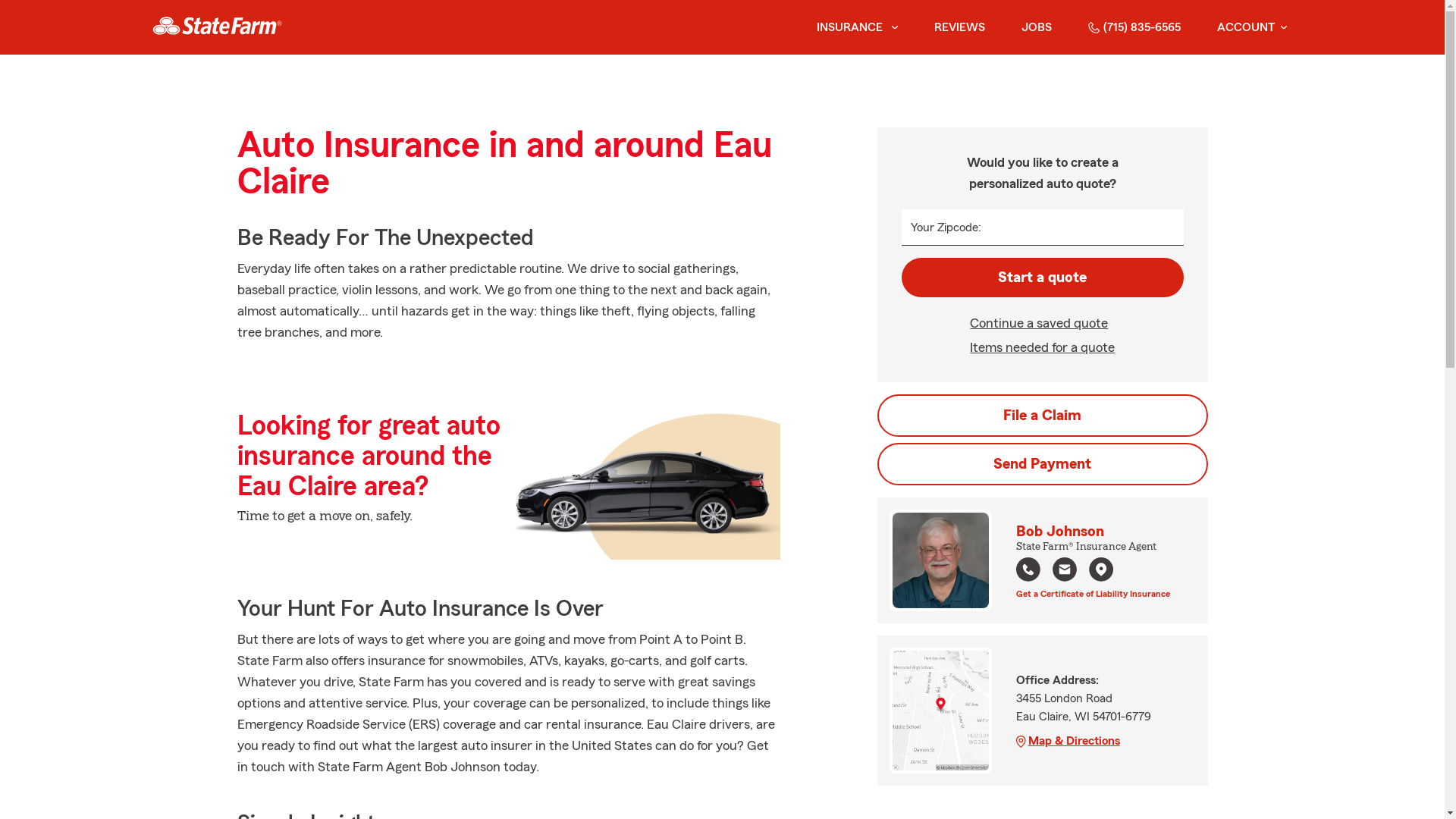 This screenshot has width=1456, height=819. What do you see at coordinates (1093, 591) in the screenshot?
I see `'Get a Certificate of Liability Insurance'` at bounding box center [1093, 591].